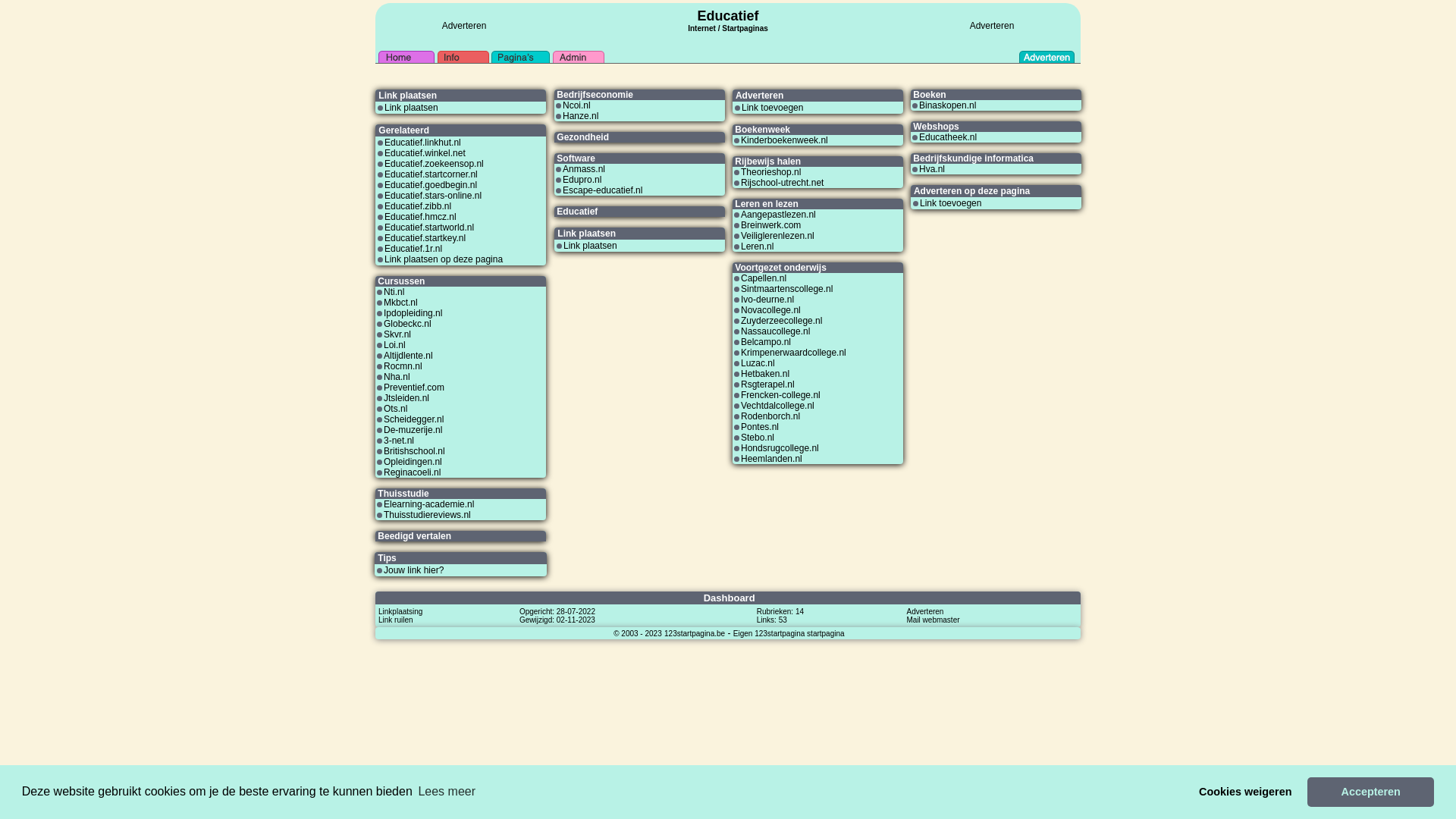 The image size is (1456, 819). Describe the element at coordinates (422, 143) in the screenshot. I see `'Educatief.linkhut.nl'` at that location.